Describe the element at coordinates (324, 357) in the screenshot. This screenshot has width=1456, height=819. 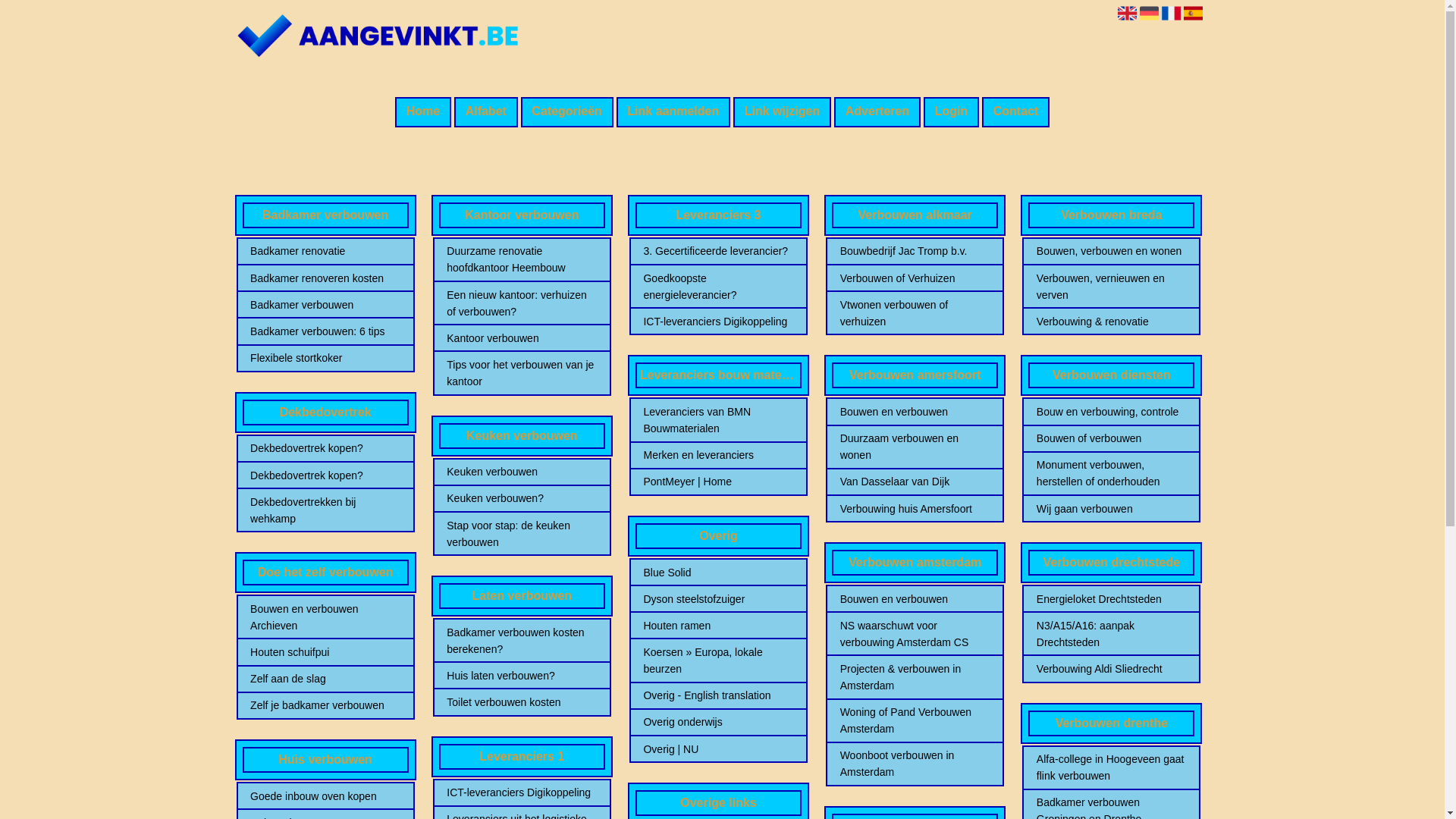
I see `'Flexibele stortkoker'` at that location.